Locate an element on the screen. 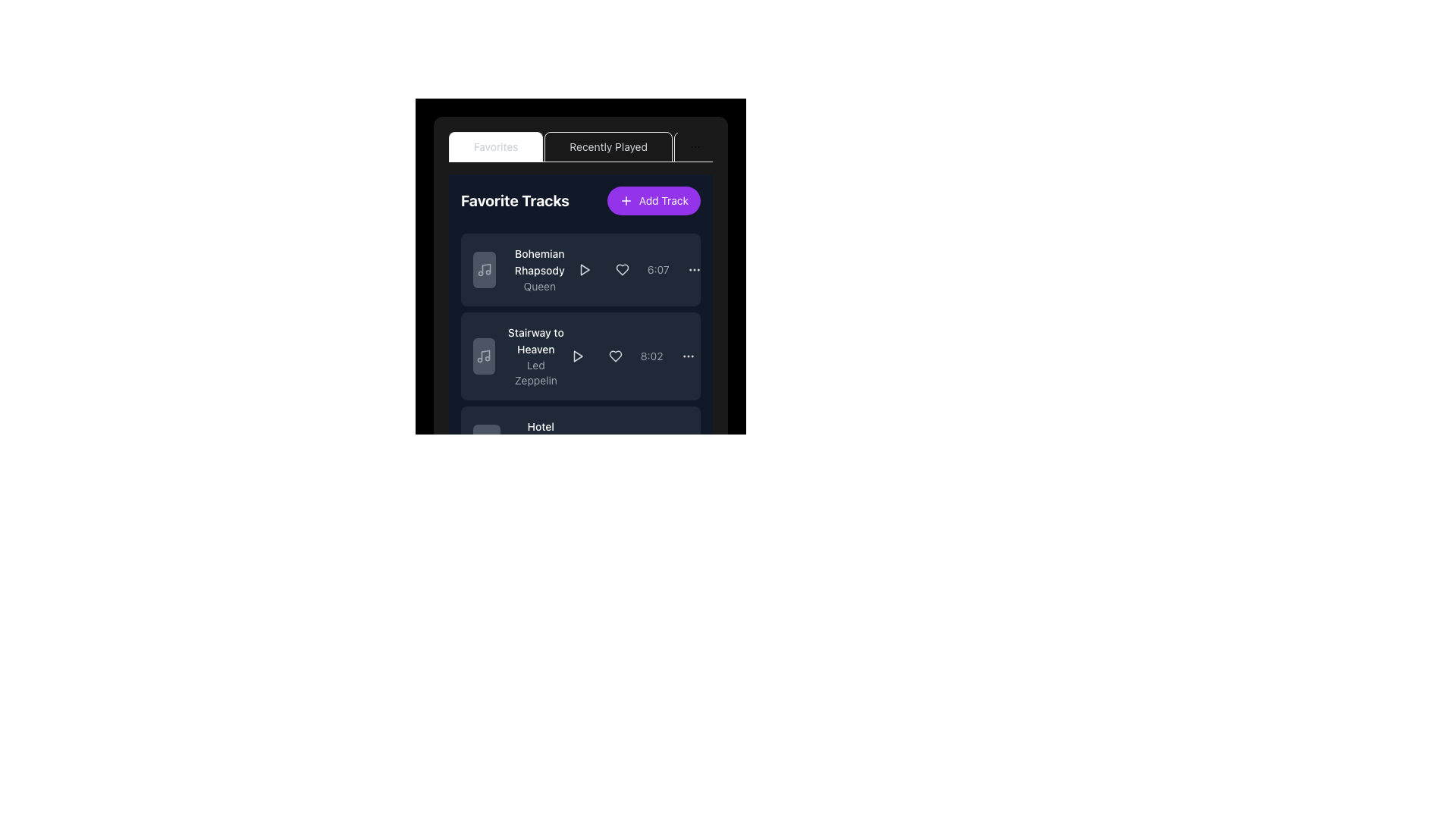 This screenshot has height=819, width=1456. the horizontal ellipsis icon located in the top-right corner of the second row of elements, which consists of three dots arranged in a horizontal line is located at coordinates (687, 356).